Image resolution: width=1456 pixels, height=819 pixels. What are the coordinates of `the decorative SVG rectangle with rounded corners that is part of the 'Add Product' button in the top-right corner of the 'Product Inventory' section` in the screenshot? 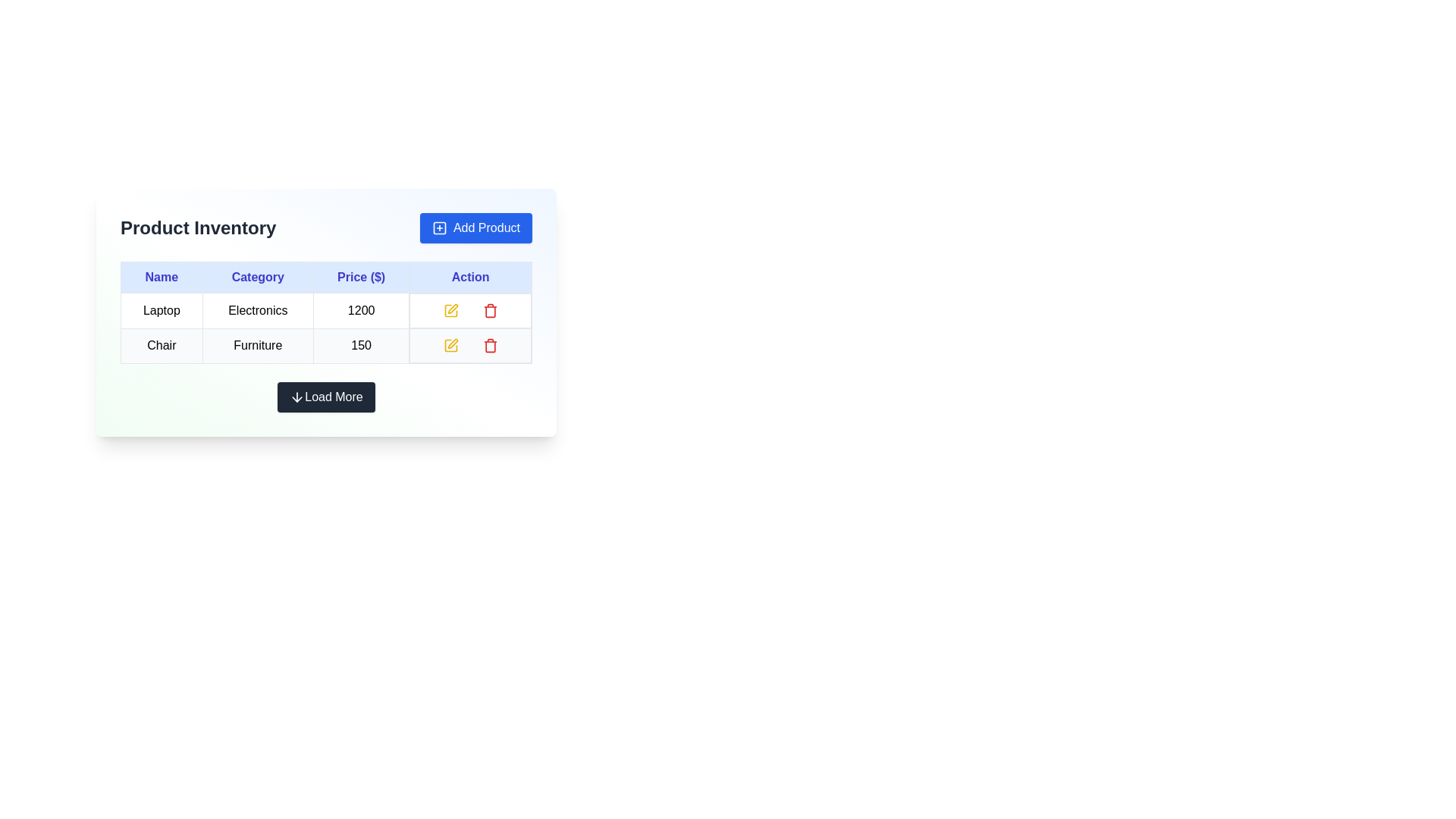 It's located at (439, 227).